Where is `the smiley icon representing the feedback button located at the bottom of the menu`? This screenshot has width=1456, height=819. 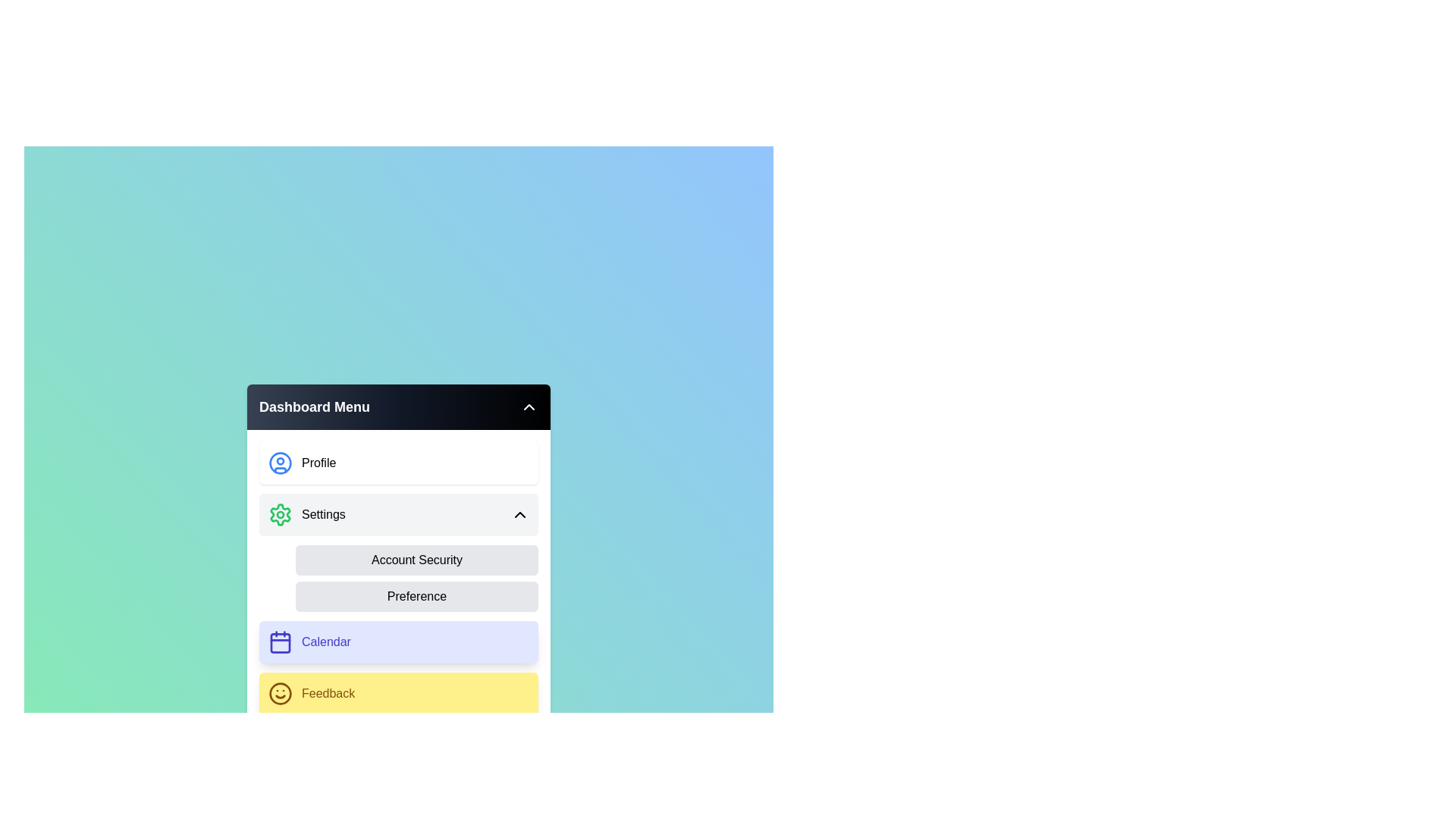
the smiley icon representing the feedback button located at the bottom of the menu is located at coordinates (280, 693).